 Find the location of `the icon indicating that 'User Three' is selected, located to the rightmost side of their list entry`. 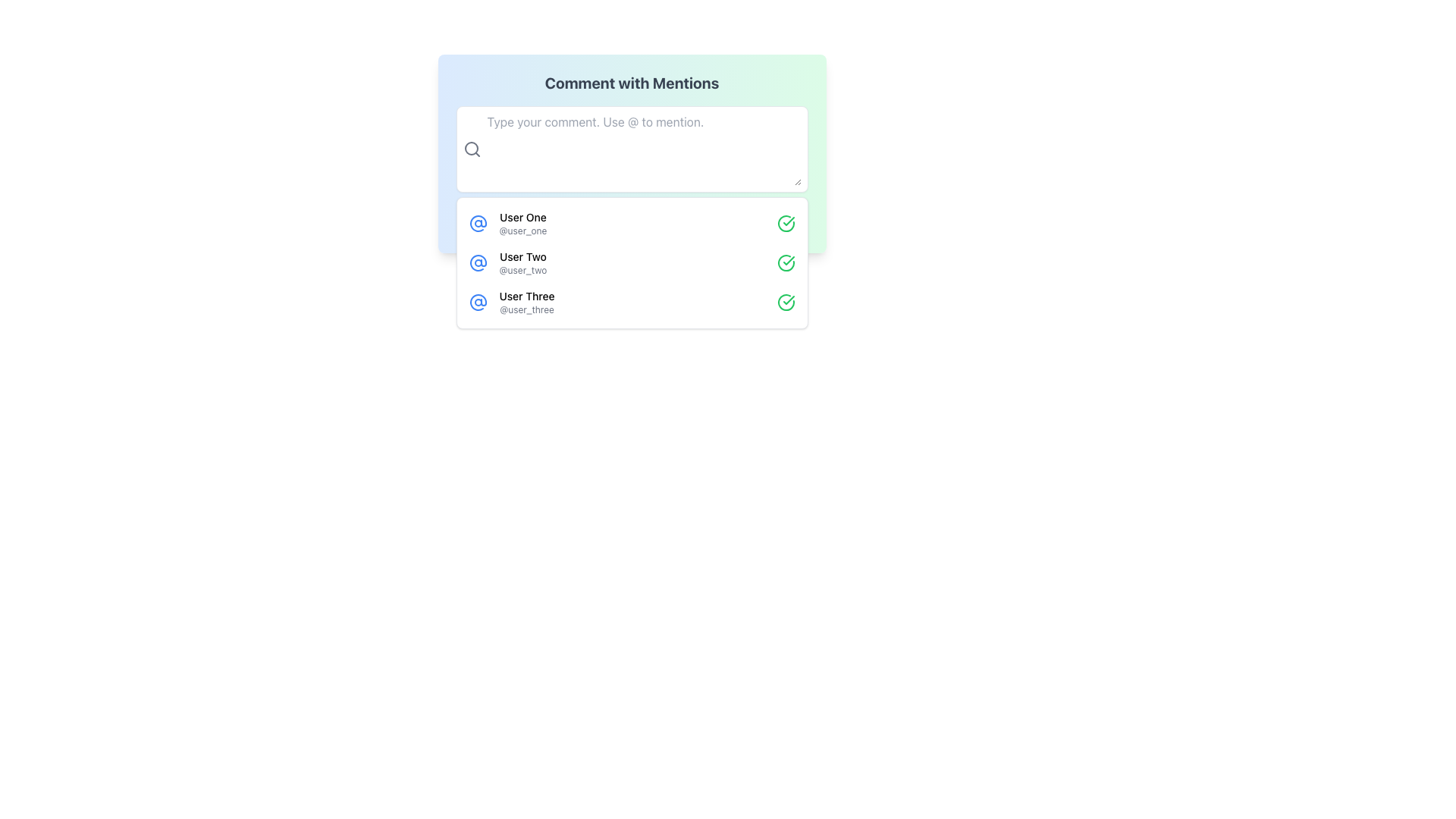

the icon indicating that 'User Three' is selected, located to the rightmost side of their list entry is located at coordinates (786, 302).